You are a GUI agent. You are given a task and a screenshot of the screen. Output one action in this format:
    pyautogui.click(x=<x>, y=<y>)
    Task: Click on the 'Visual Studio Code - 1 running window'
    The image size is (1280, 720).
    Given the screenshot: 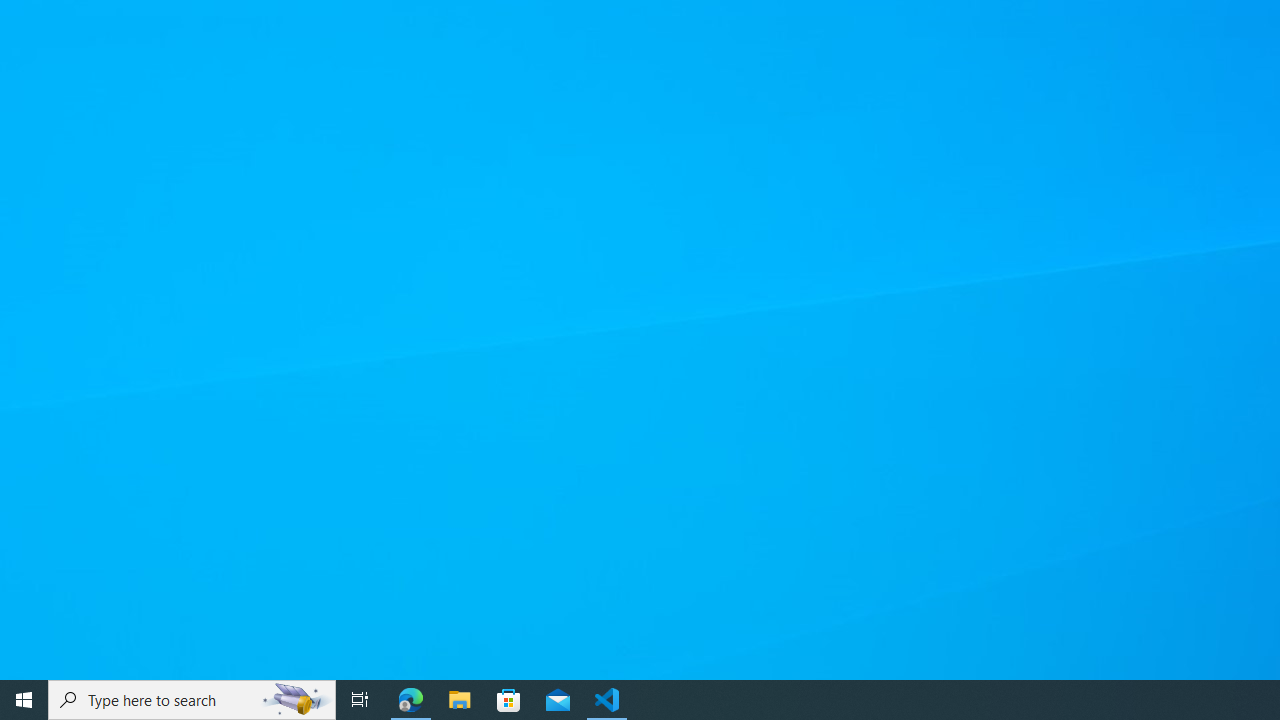 What is the action you would take?
    pyautogui.click(x=606, y=698)
    